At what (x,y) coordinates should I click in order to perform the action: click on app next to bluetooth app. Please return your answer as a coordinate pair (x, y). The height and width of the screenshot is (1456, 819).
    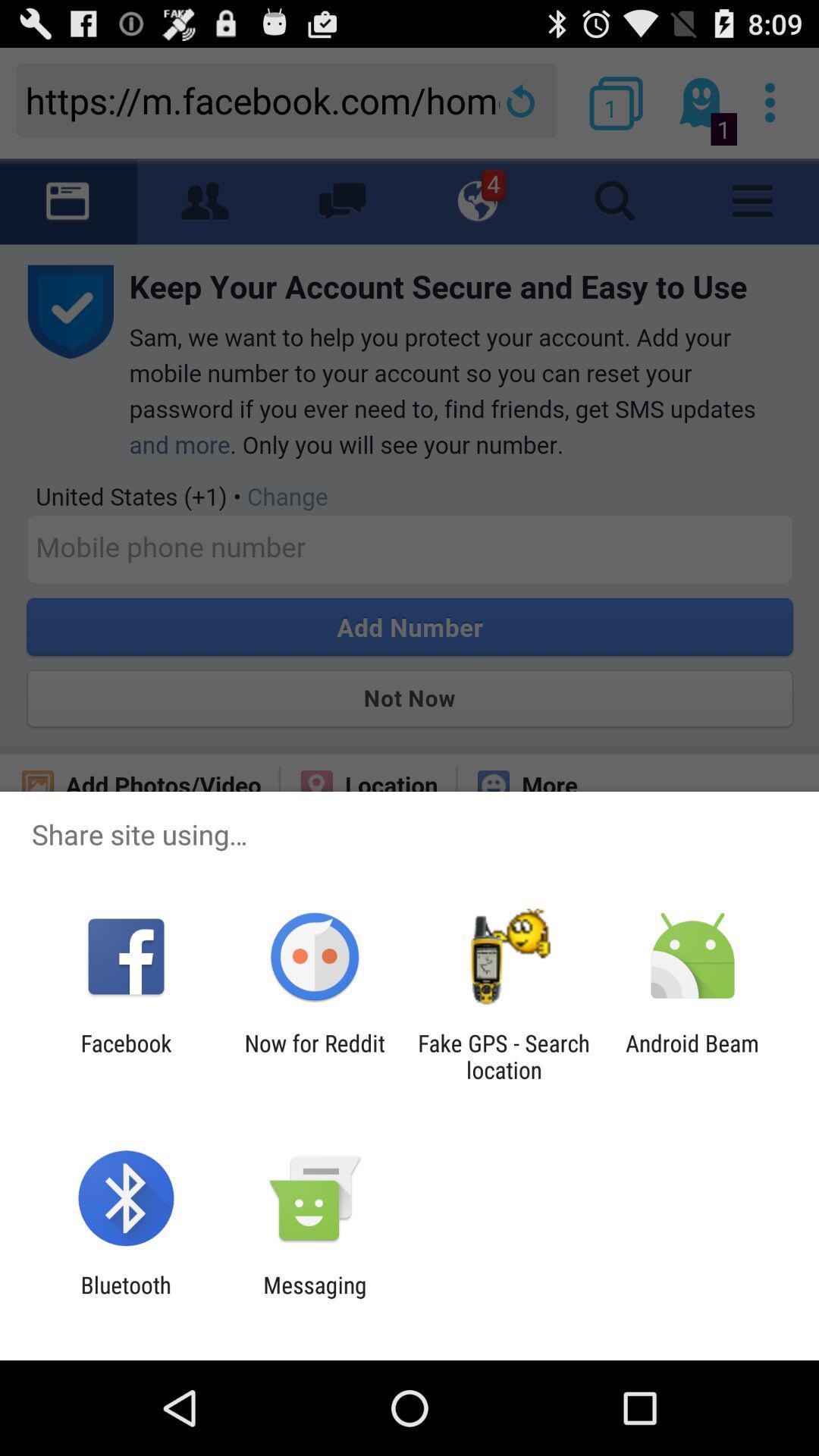
    Looking at the image, I should click on (314, 1298).